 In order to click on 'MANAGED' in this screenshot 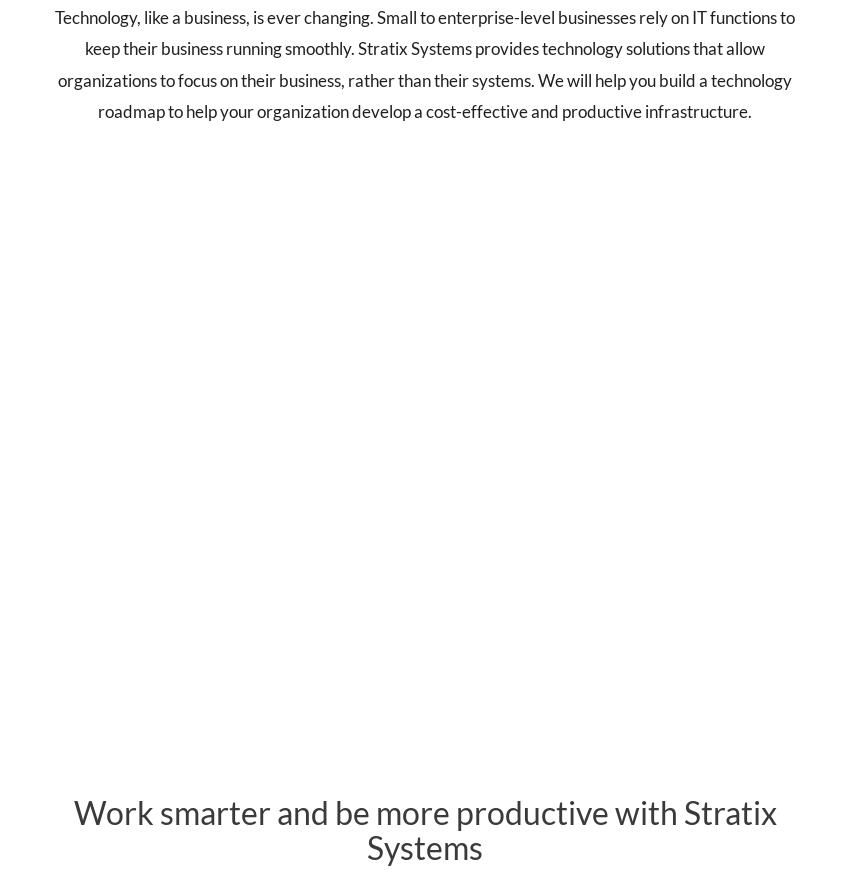, I will do `click(141, 460)`.